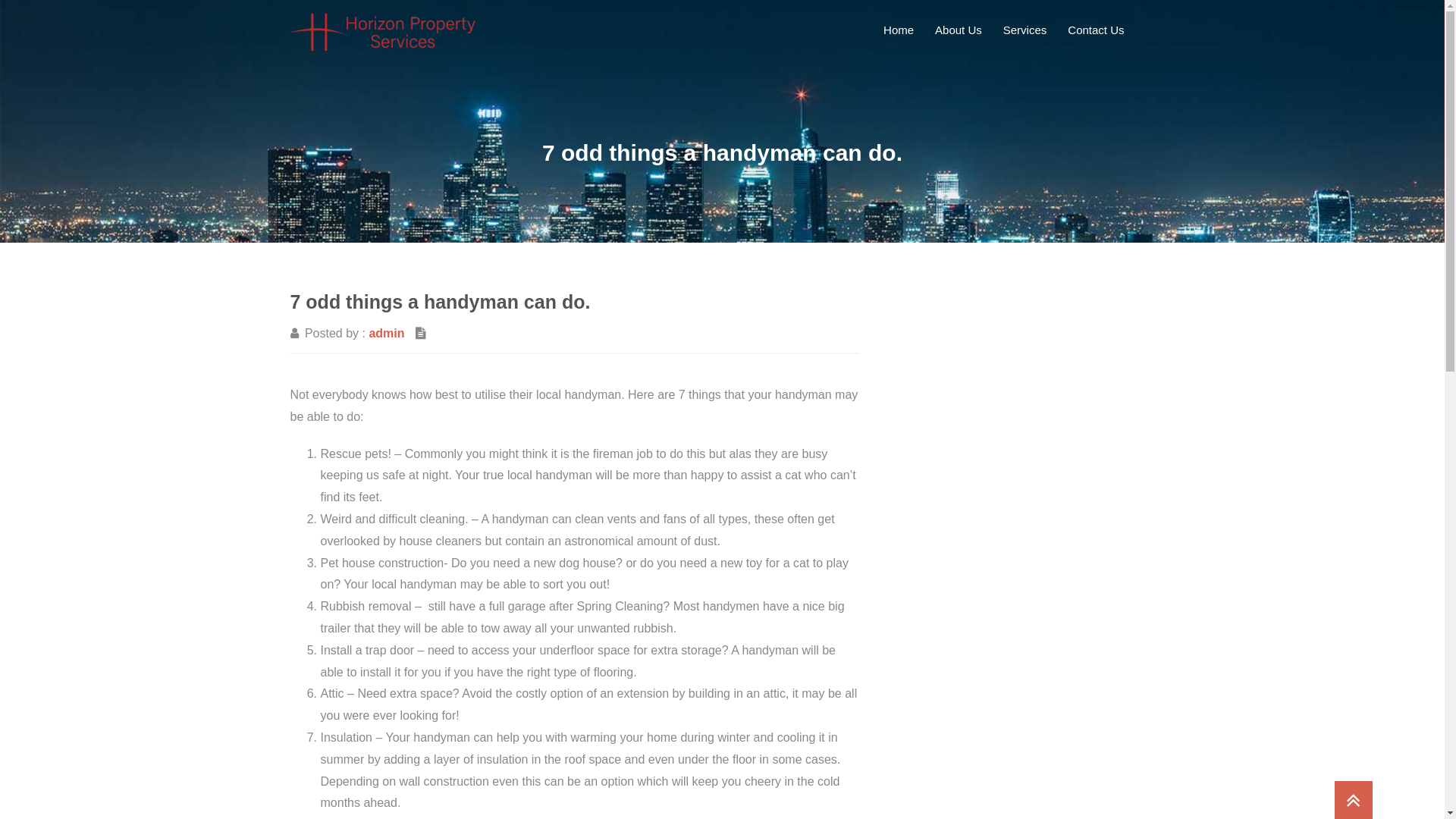  Describe the element at coordinates (1095, 30) in the screenshot. I see `'Contact Us'` at that location.